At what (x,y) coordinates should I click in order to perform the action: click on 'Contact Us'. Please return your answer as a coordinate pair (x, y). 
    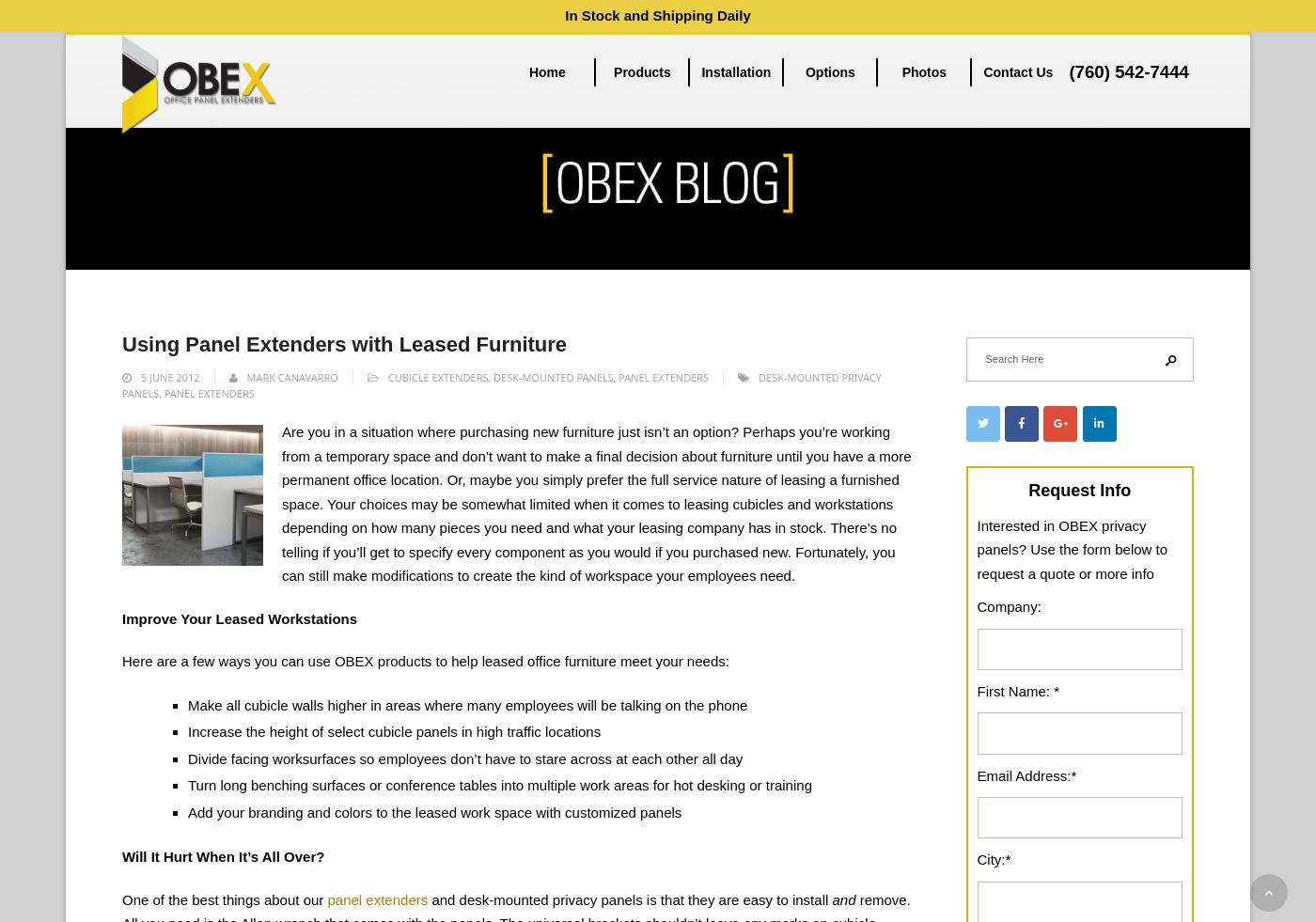
    Looking at the image, I should click on (1018, 70).